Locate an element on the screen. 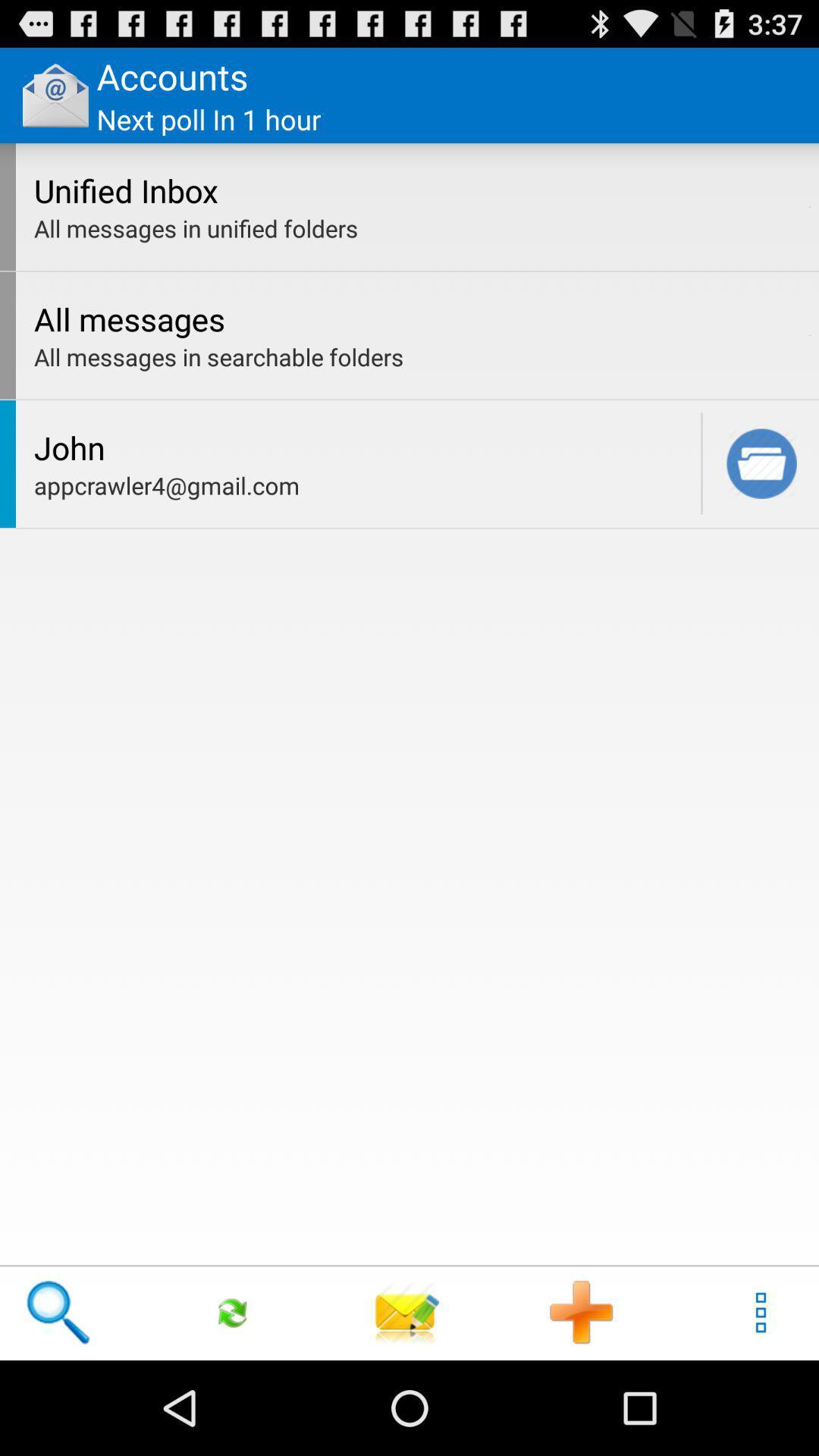 The image size is (819, 1456). item next to all messages app is located at coordinates (809, 334).